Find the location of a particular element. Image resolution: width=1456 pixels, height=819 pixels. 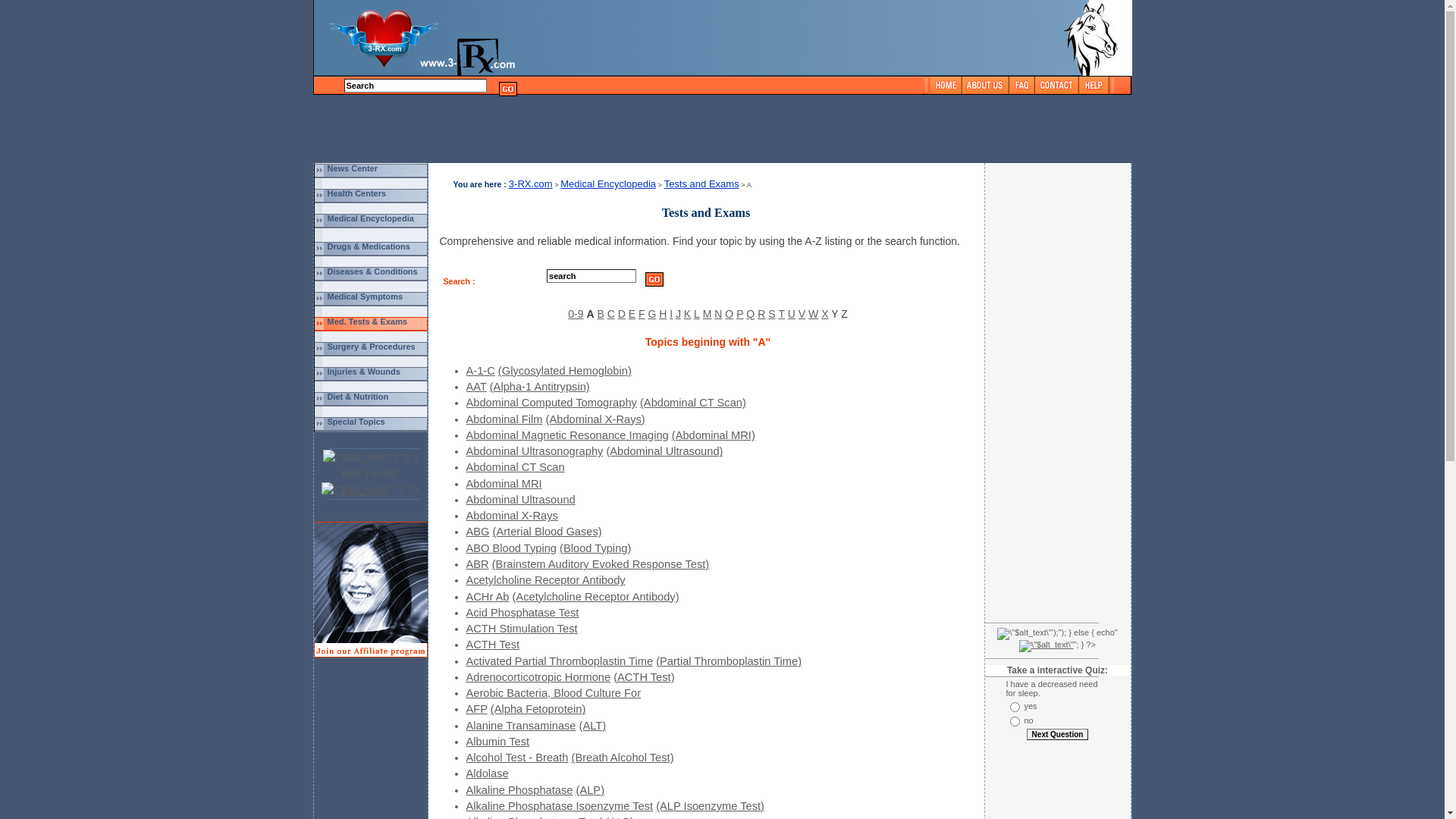

'Aldolase' is located at coordinates (487, 773).